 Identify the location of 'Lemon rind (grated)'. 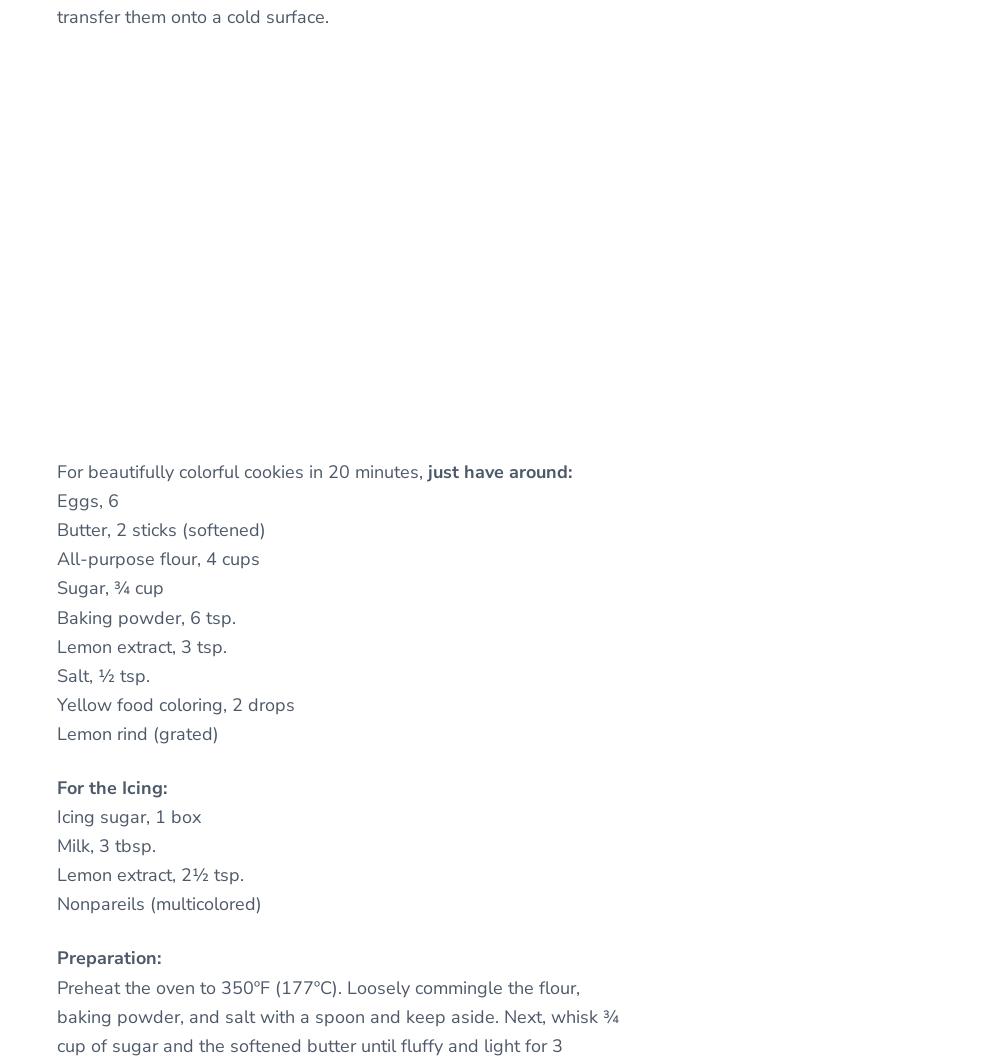
(137, 733).